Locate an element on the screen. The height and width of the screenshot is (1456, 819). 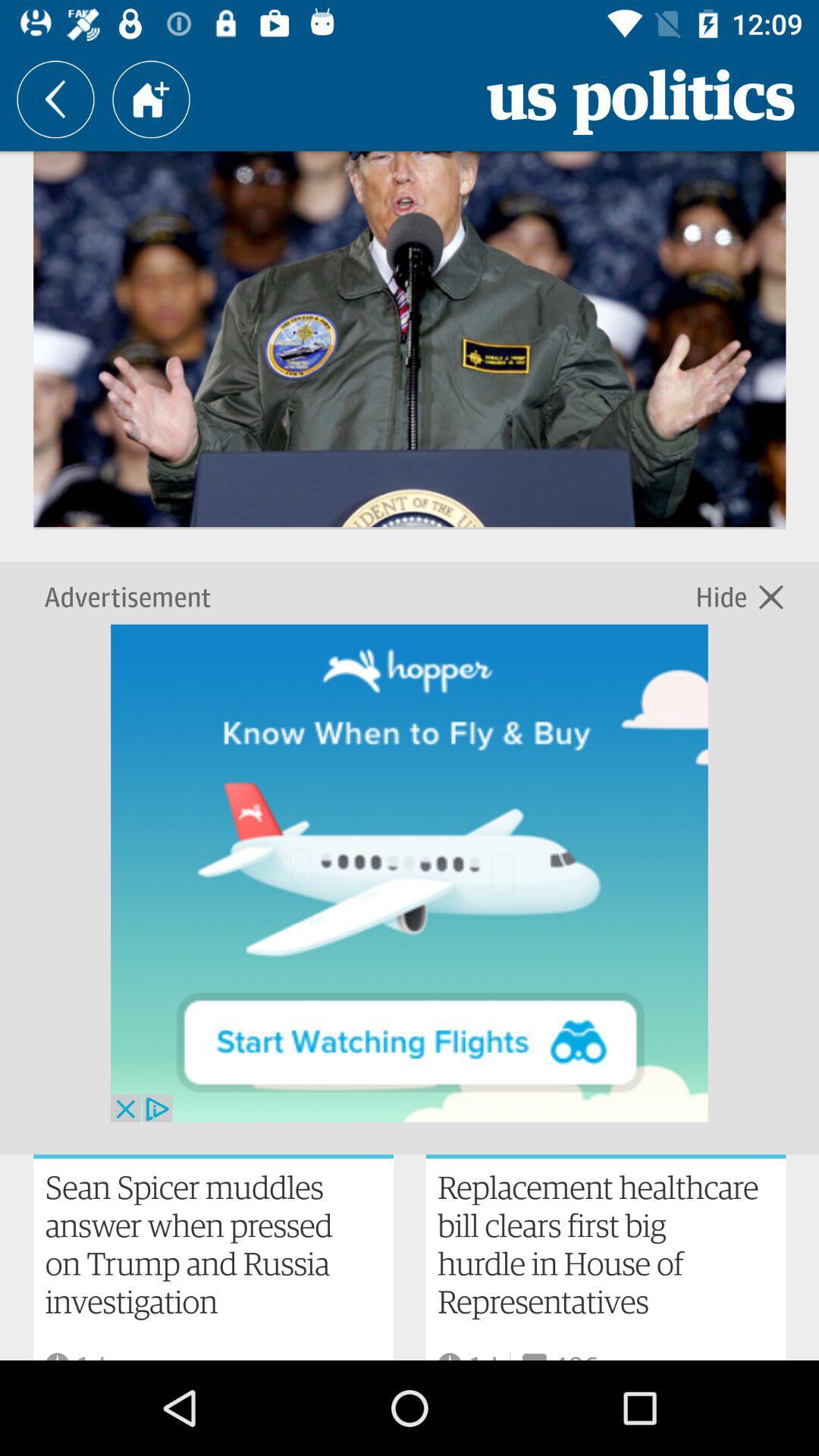
the cross mark next to hide is located at coordinates (770, 595).